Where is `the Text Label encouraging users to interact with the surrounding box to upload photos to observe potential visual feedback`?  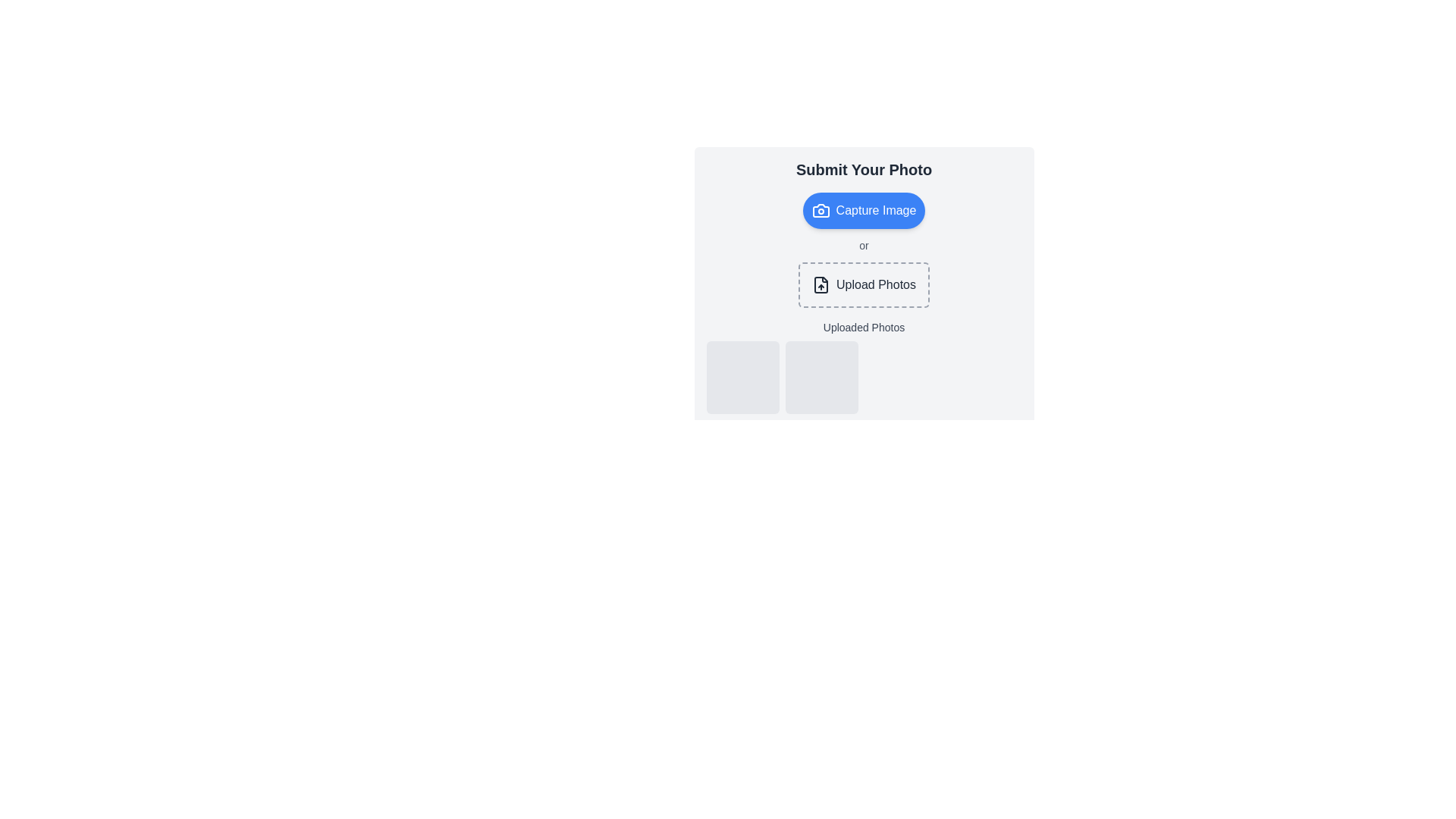
the Text Label encouraging users to interact with the surrounding box to upload photos to observe potential visual feedback is located at coordinates (876, 284).